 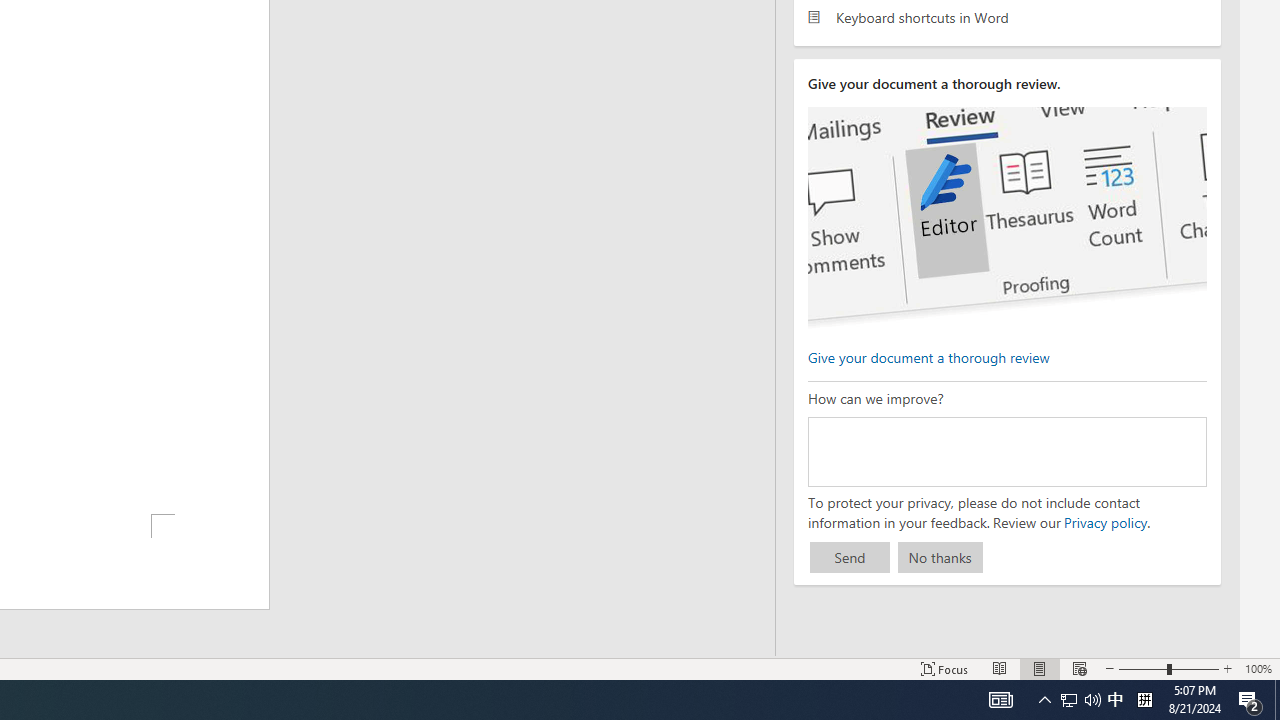 What do you see at coordinates (1040, 669) in the screenshot?
I see `'Print Layout'` at bounding box center [1040, 669].